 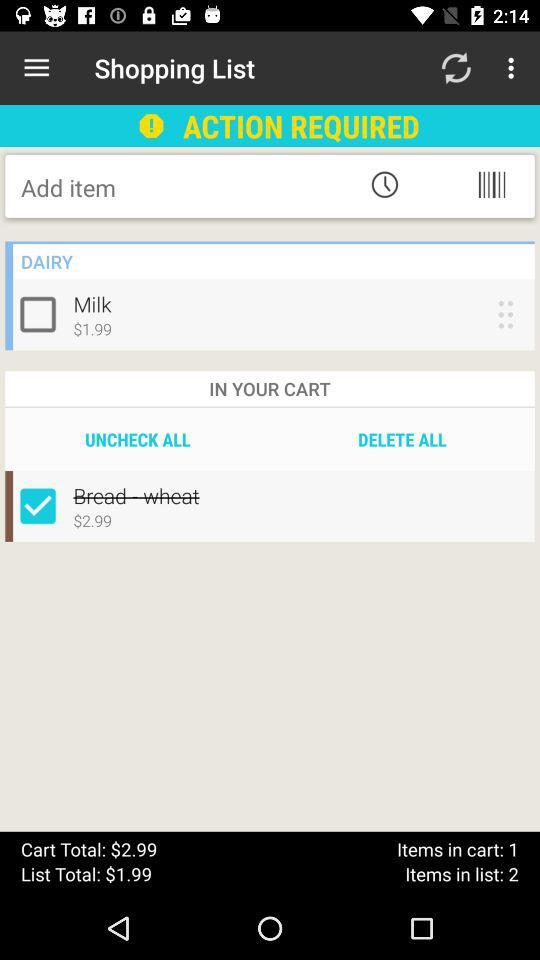 I want to click on the main menu, so click(x=490, y=184).